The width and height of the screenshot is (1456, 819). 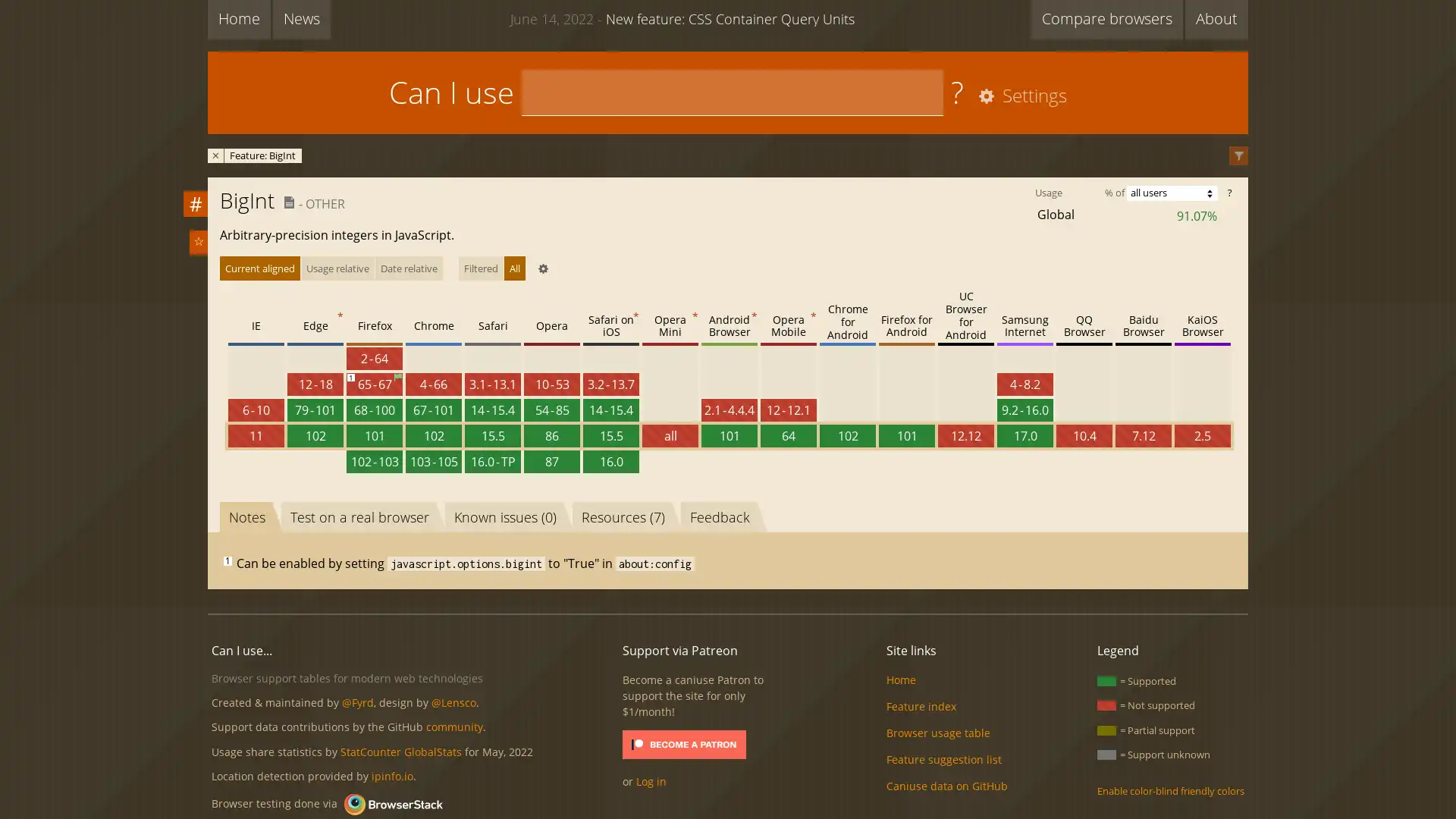 What do you see at coordinates (259, 268) in the screenshot?
I see `Current aligned` at bounding box center [259, 268].